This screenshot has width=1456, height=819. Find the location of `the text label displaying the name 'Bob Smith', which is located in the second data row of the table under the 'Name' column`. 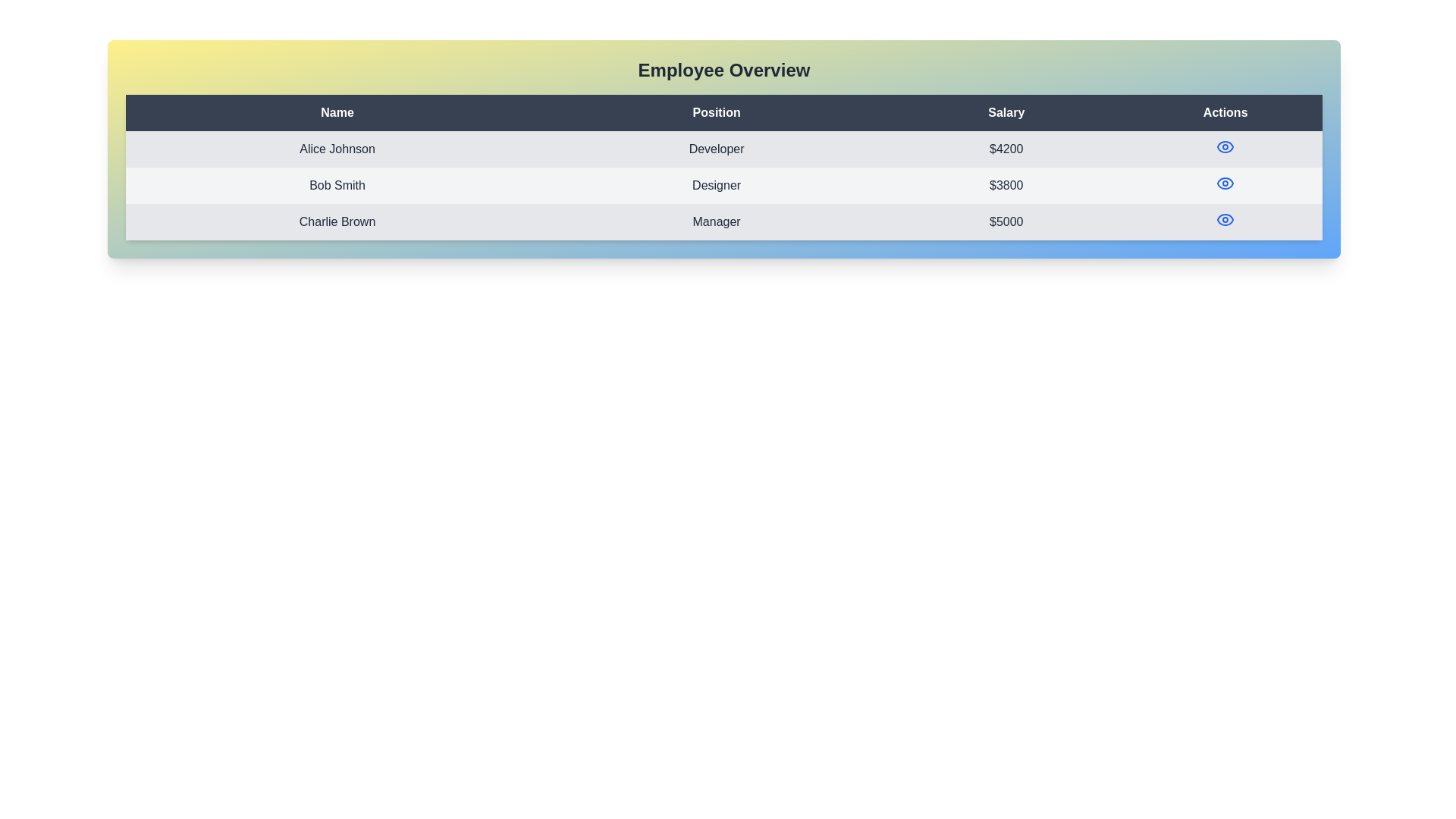

the text label displaying the name 'Bob Smith', which is located in the second data row of the table under the 'Name' column is located at coordinates (337, 185).